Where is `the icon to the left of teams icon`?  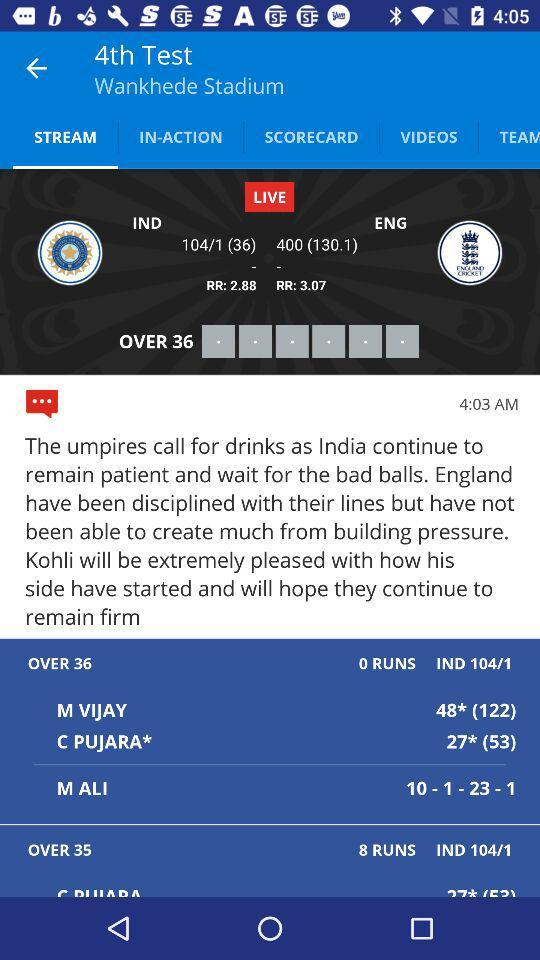
the icon to the left of teams icon is located at coordinates (427, 135).